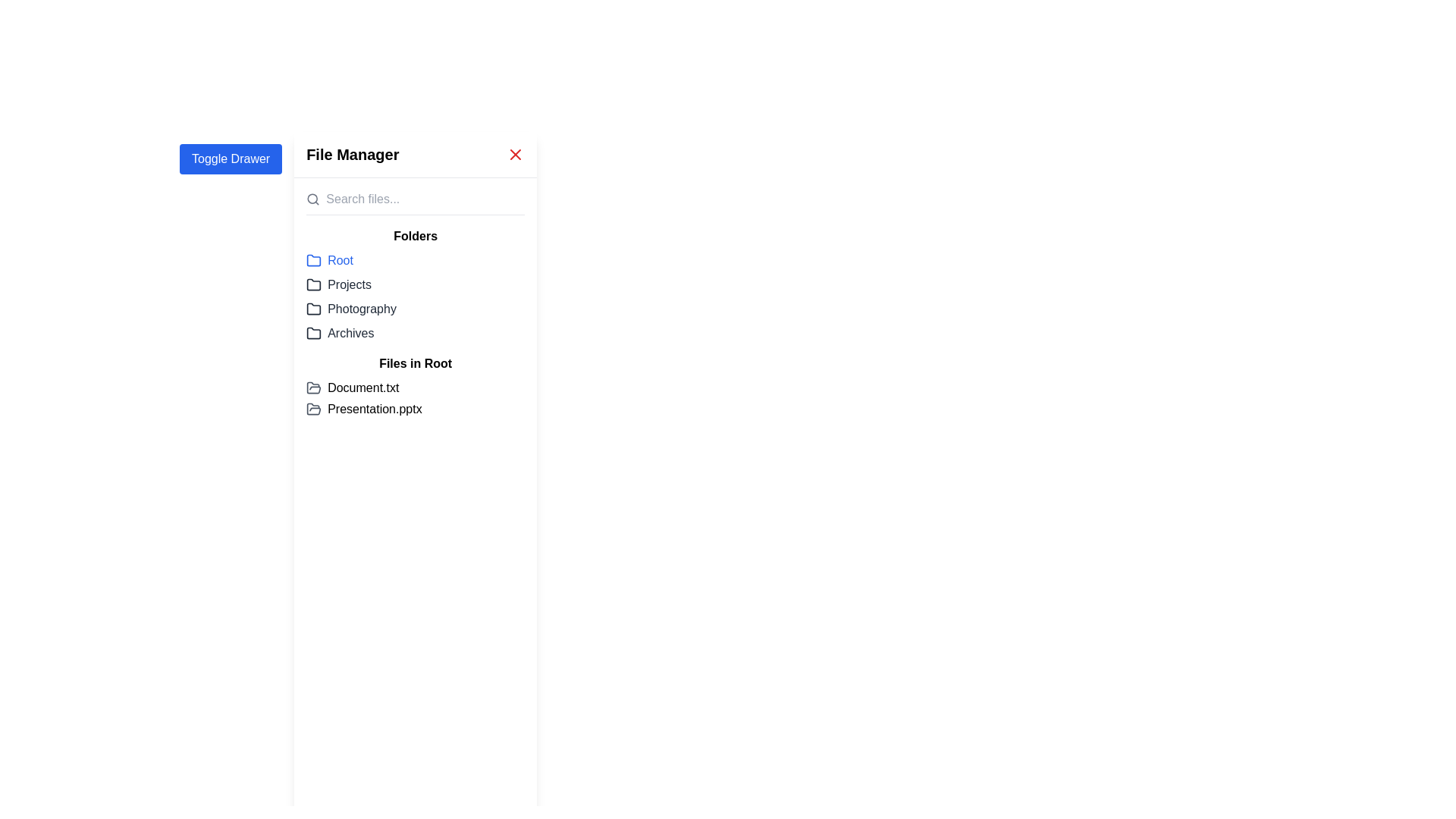 The image size is (1456, 819). What do you see at coordinates (312, 198) in the screenshot?
I see `the central circular portion of the search icon represented by a vector graphic element within the SVG structure located in the header area of the interface` at bounding box center [312, 198].